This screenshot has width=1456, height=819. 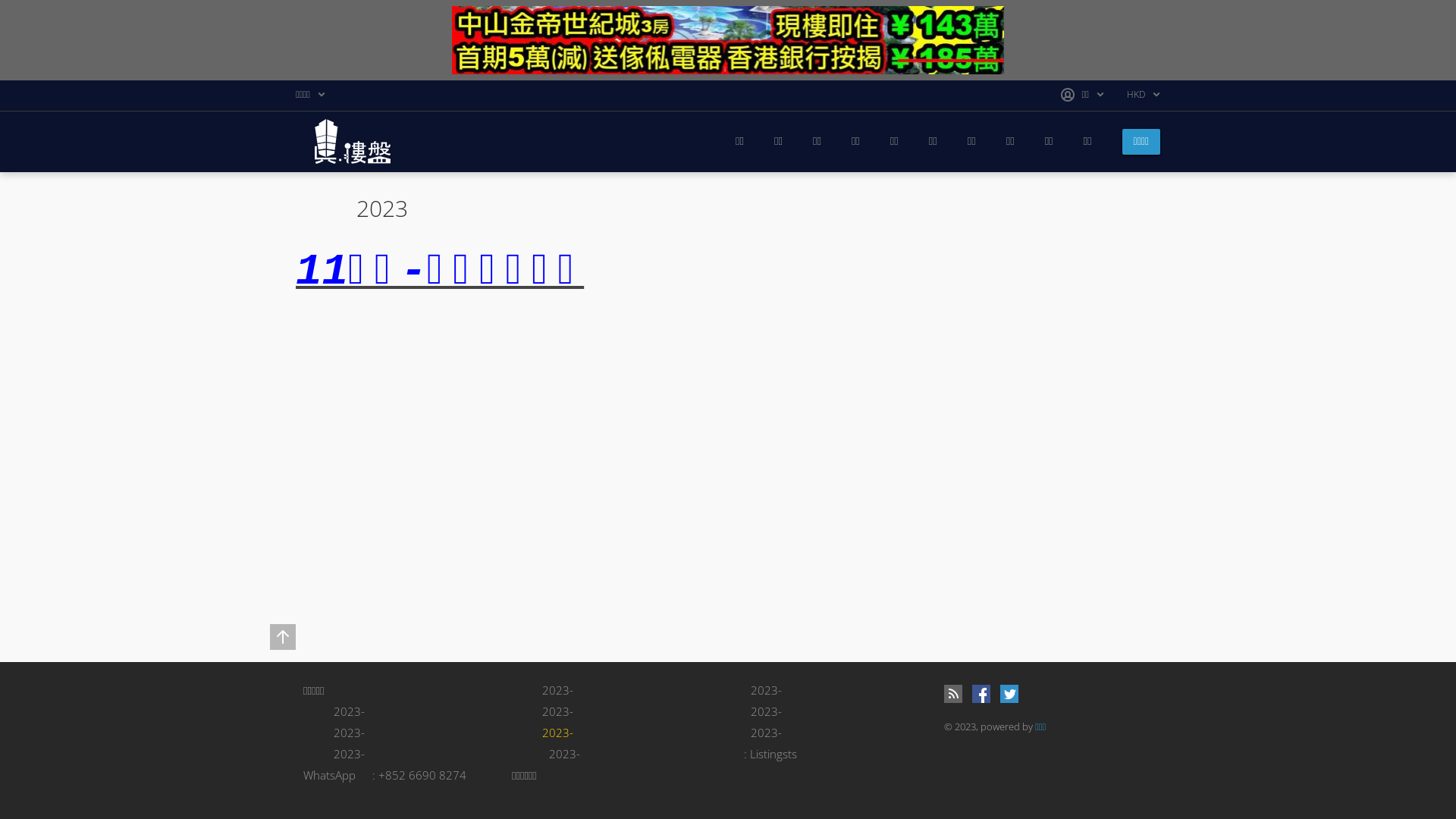 I want to click on 'Join us on Twitter', so click(x=1009, y=693).